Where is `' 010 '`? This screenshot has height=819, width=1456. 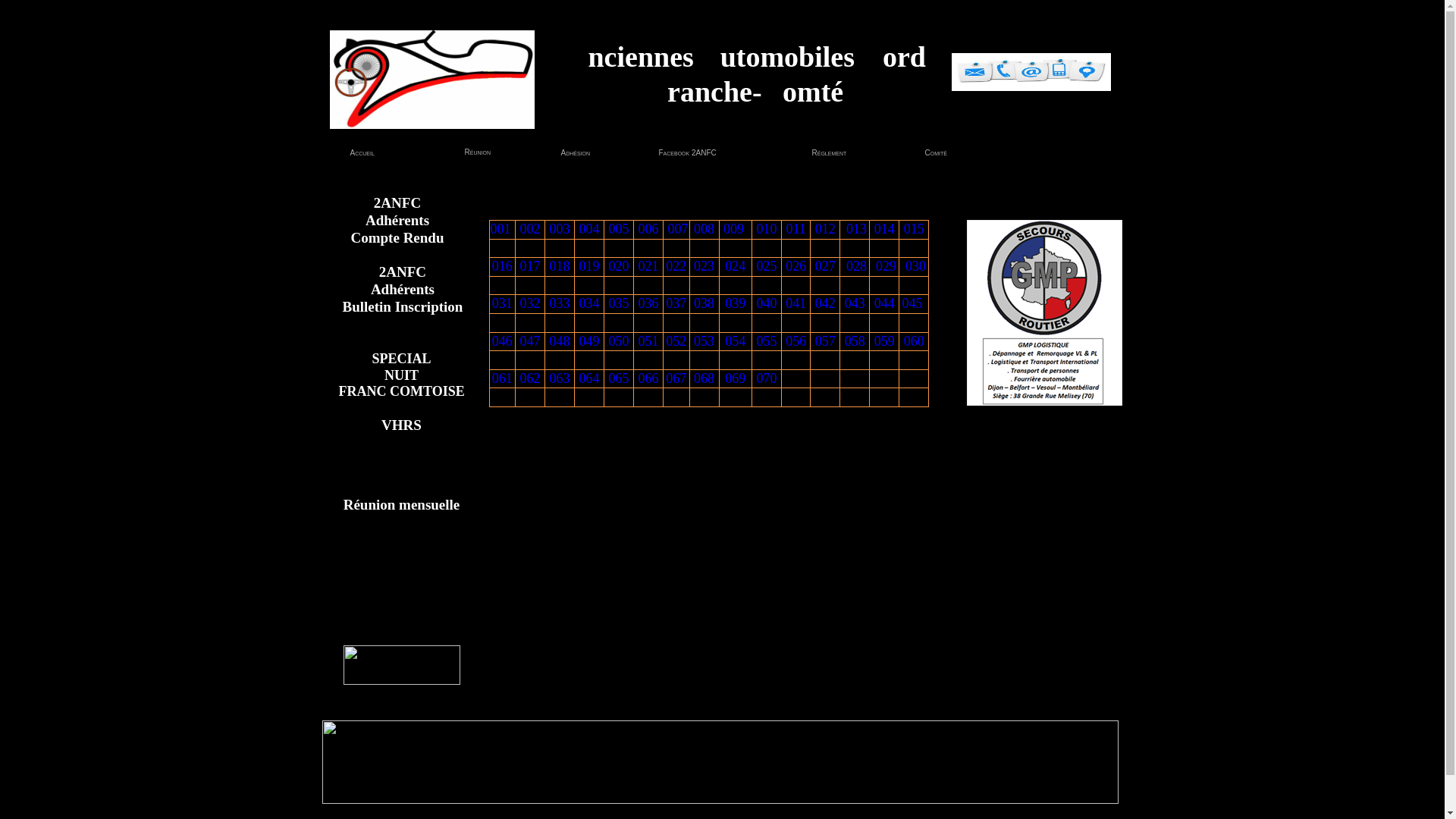 ' 010 ' is located at coordinates (767, 228).